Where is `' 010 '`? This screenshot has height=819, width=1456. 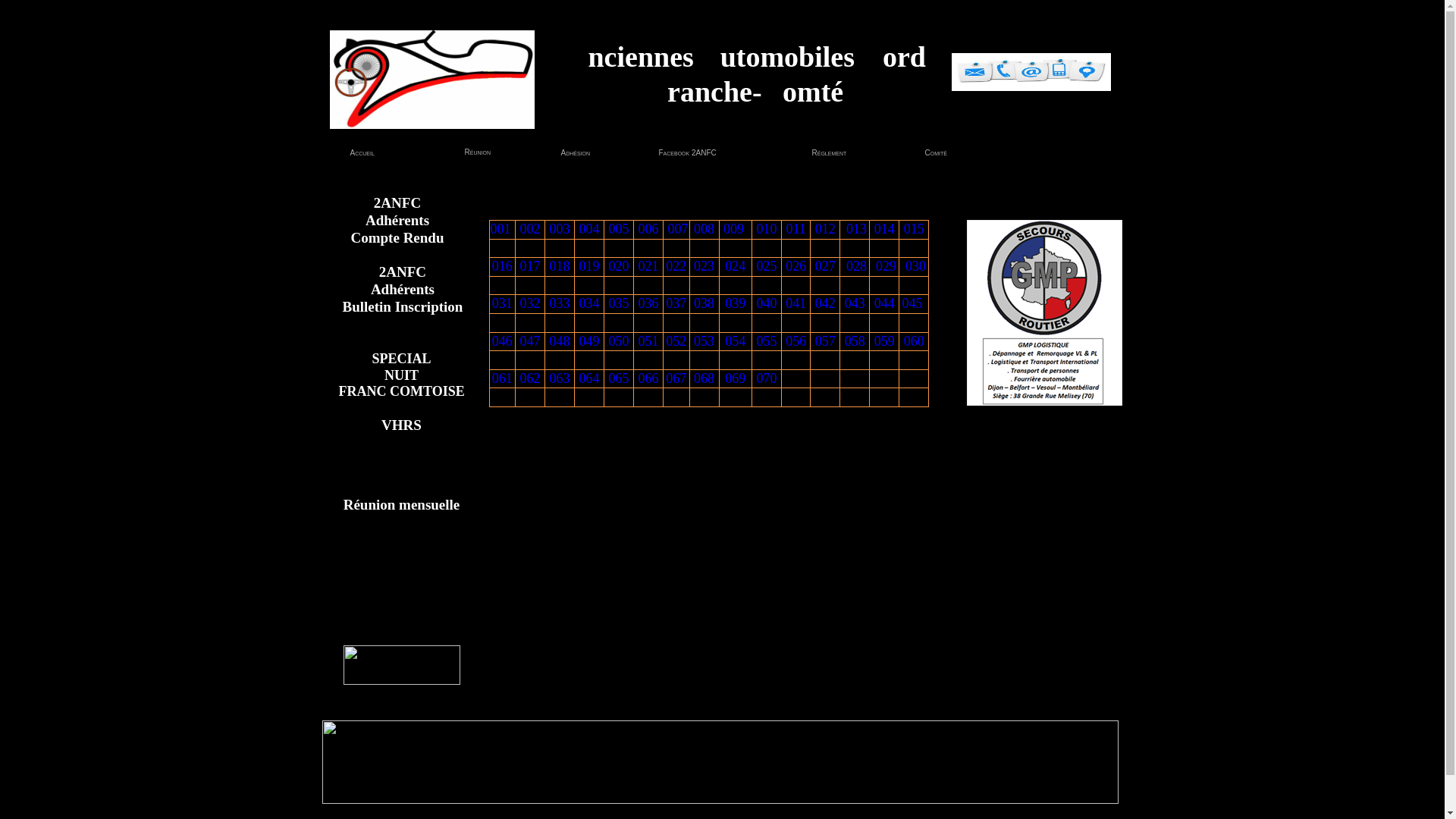 ' 010 ' is located at coordinates (767, 228).